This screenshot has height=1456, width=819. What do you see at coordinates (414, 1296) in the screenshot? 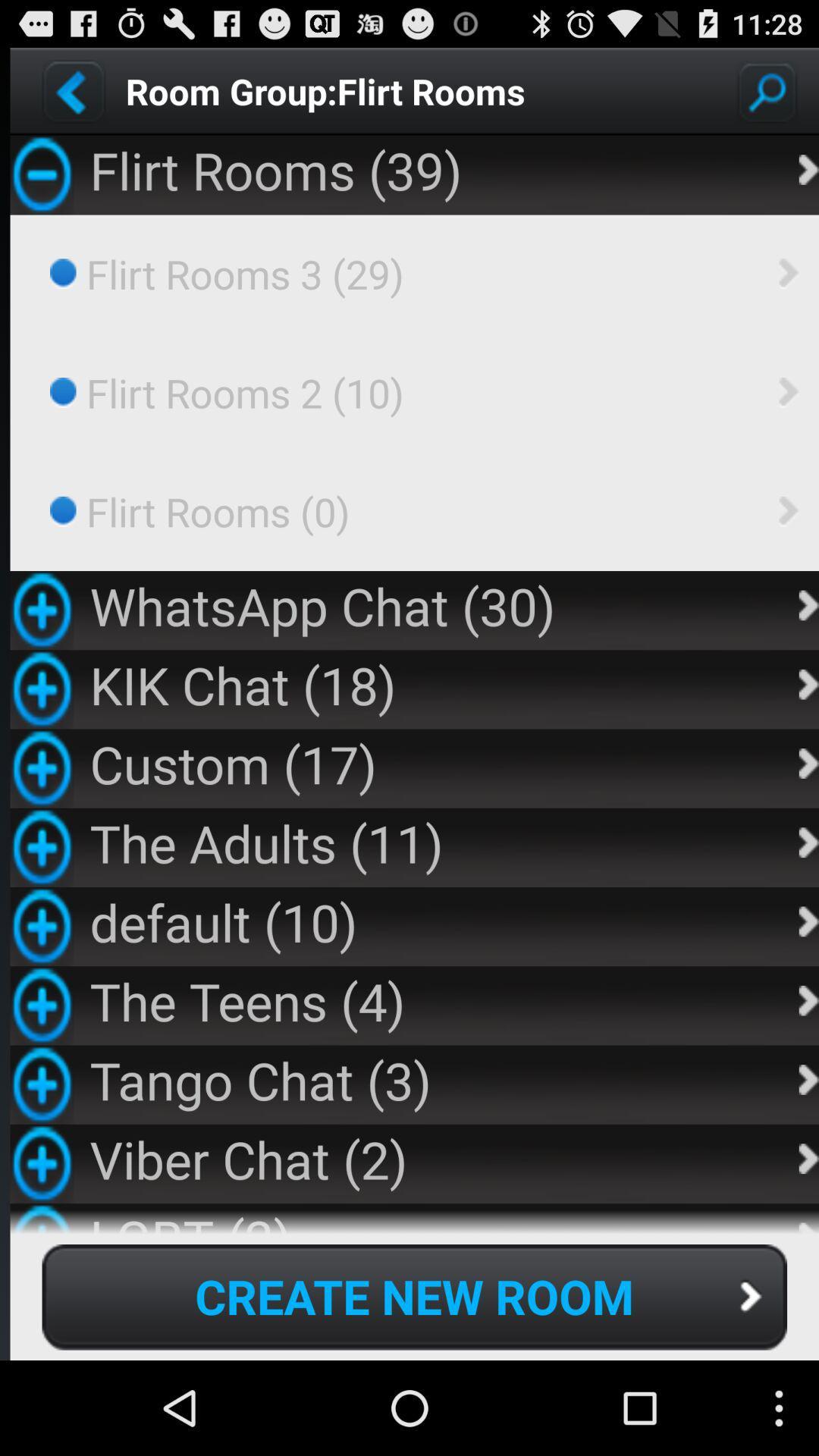
I see `create new room item` at bounding box center [414, 1296].